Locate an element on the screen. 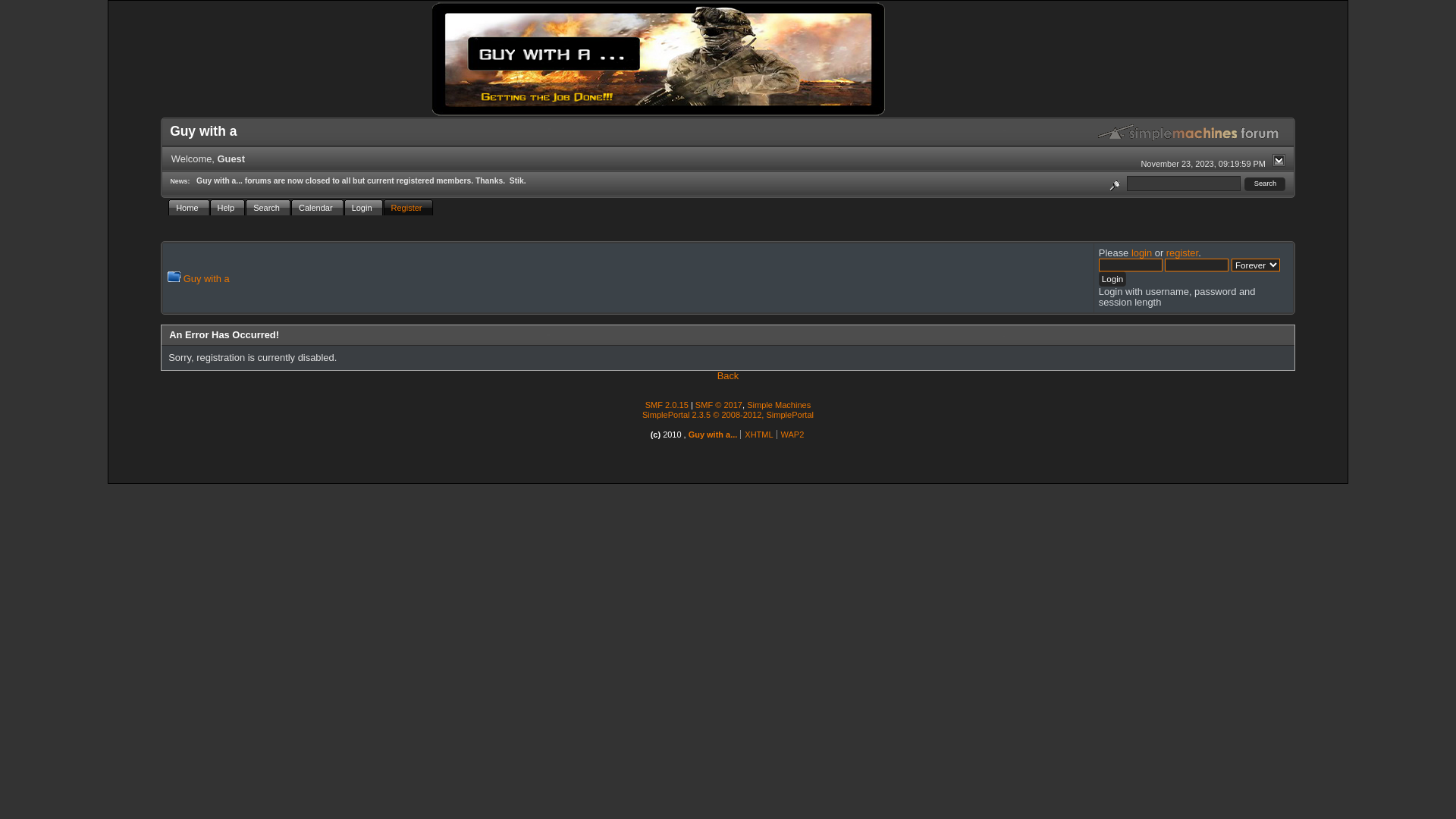 The image size is (1456, 819). 'Advanced search' is located at coordinates (1106, 182).